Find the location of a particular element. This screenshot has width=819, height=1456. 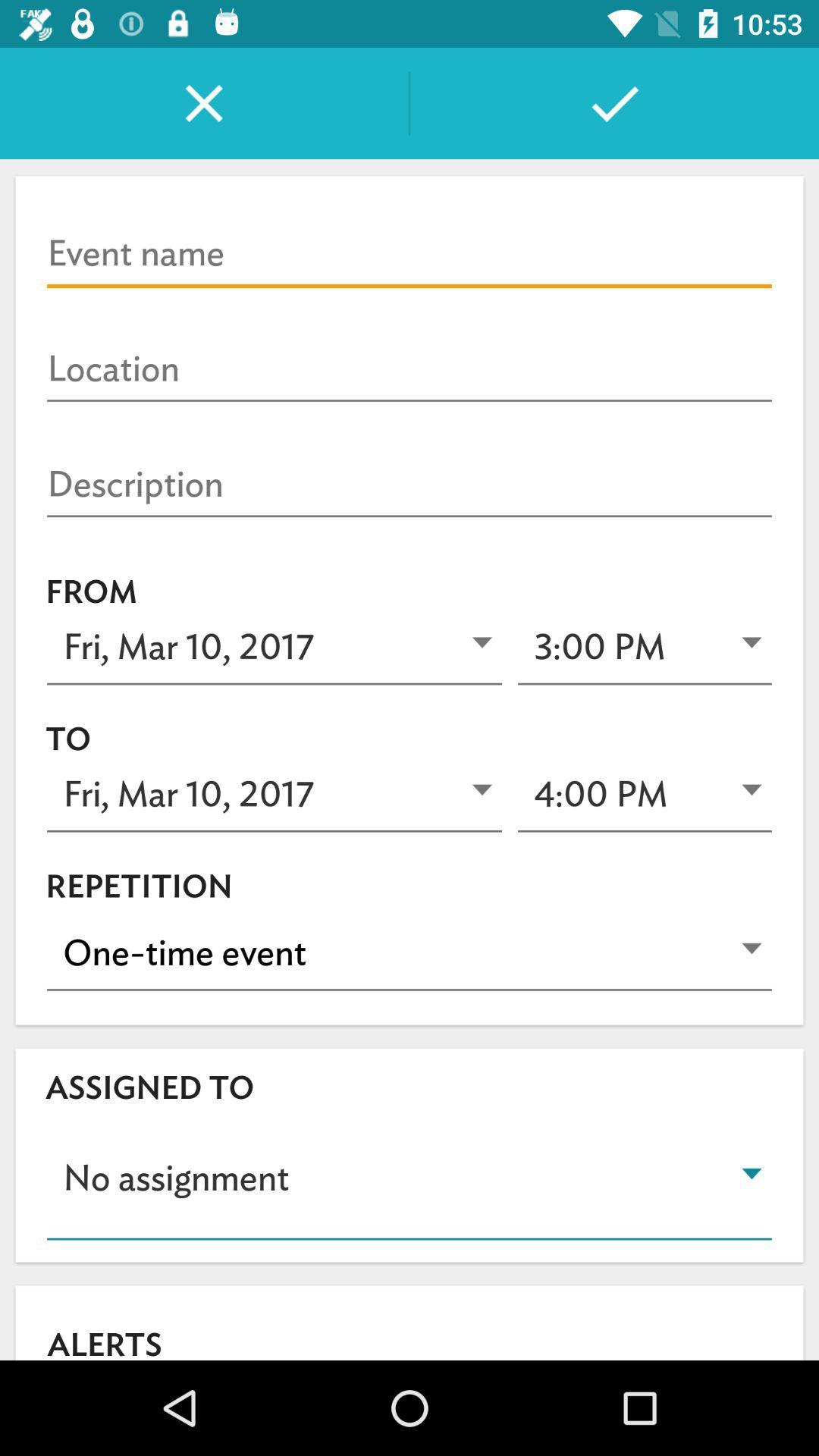

icon below the repetition item is located at coordinates (409, 952).